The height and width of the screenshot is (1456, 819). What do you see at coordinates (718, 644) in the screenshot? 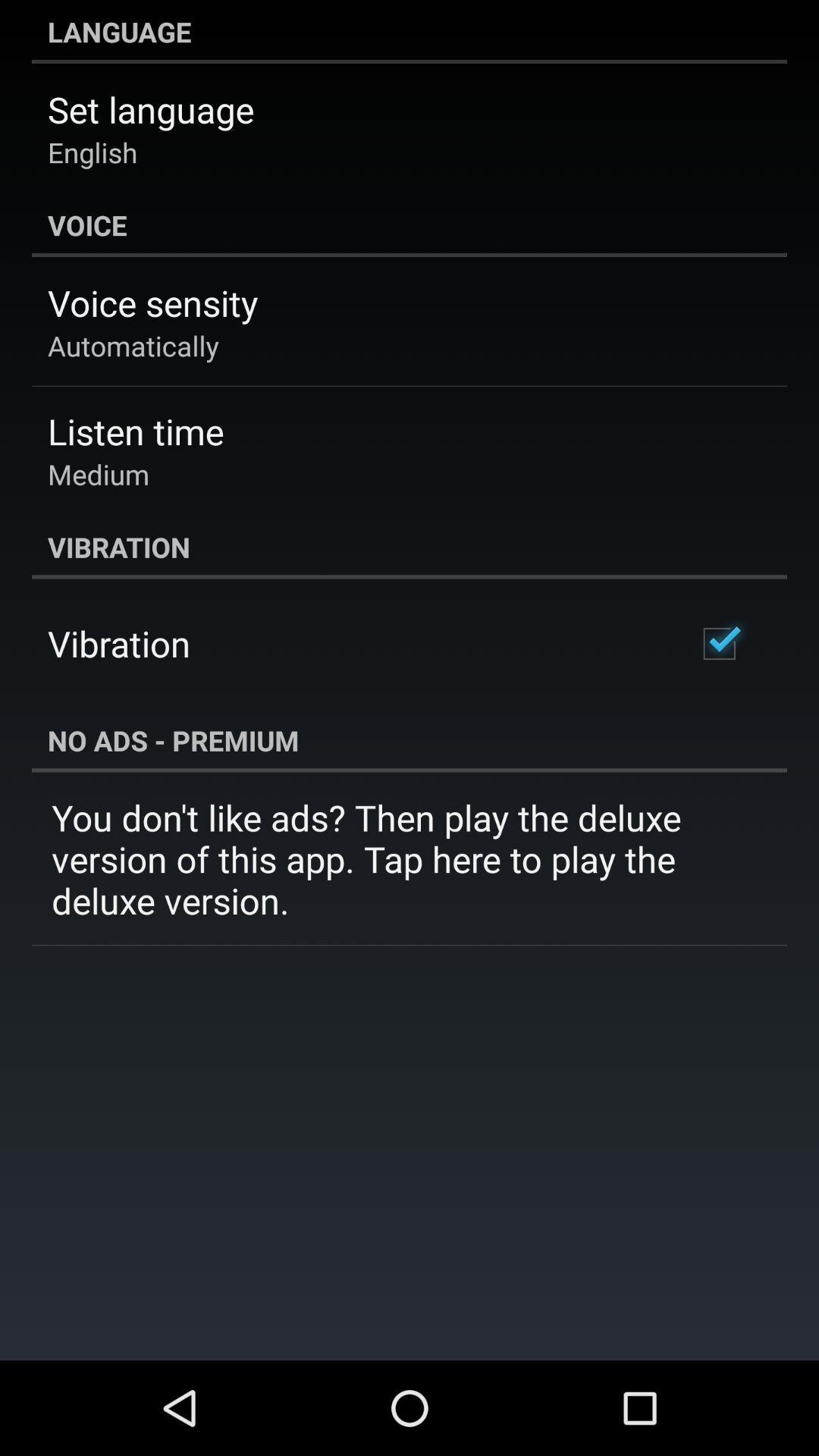
I see `checkbox on the right` at bounding box center [718, 644].